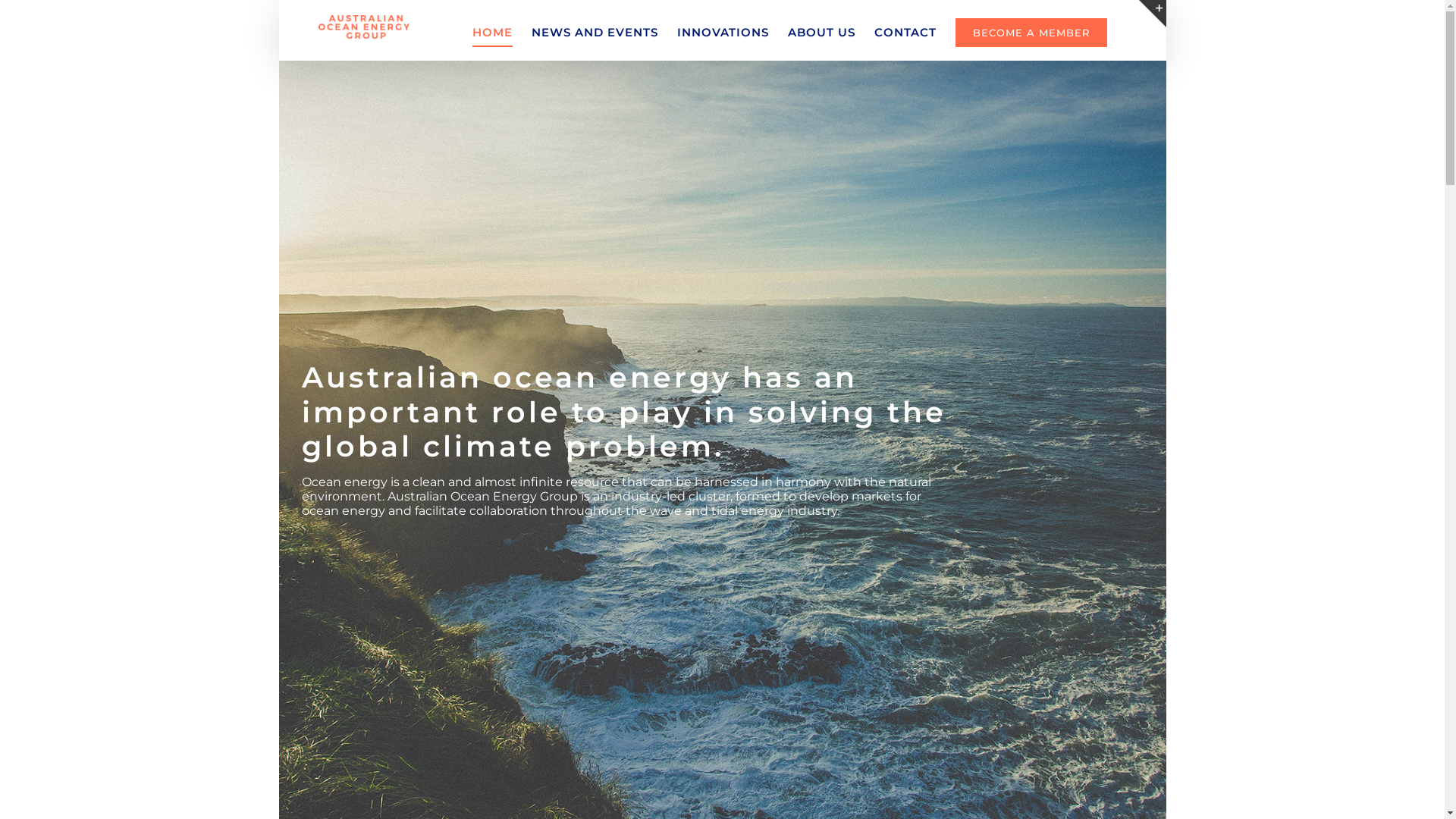 This screenshot has height=819, width=1456. Describe the element at coordinates (722, 32) in the screenshot. I see `'INNOVATIONS'` at that location.